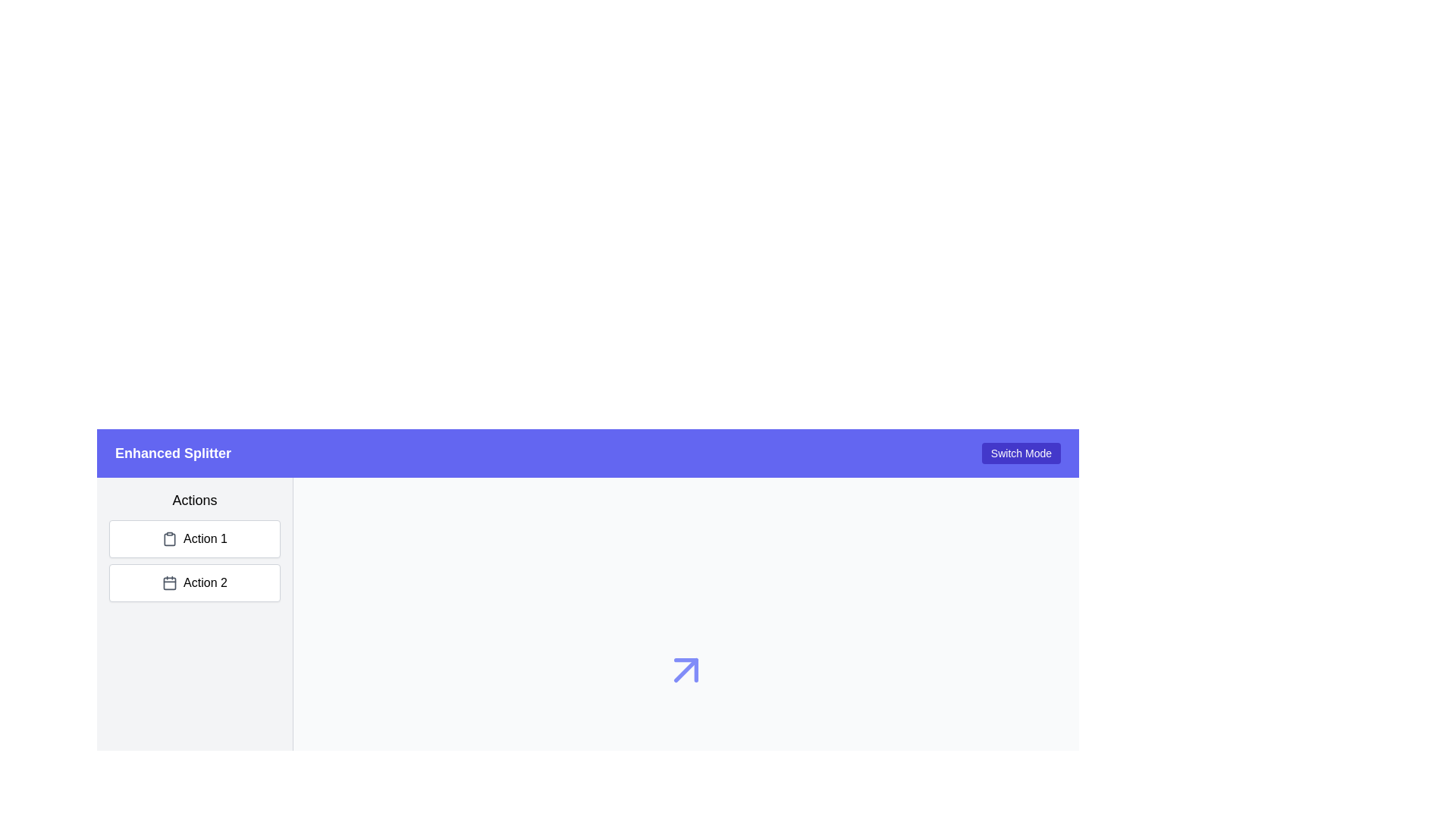  What do you see at coordinates (194, 538) in the screenshot?
I see `the actionable button labeled 'Action 1' located in the 'Actions' section on the left panel` at bounding box center [194, 538].